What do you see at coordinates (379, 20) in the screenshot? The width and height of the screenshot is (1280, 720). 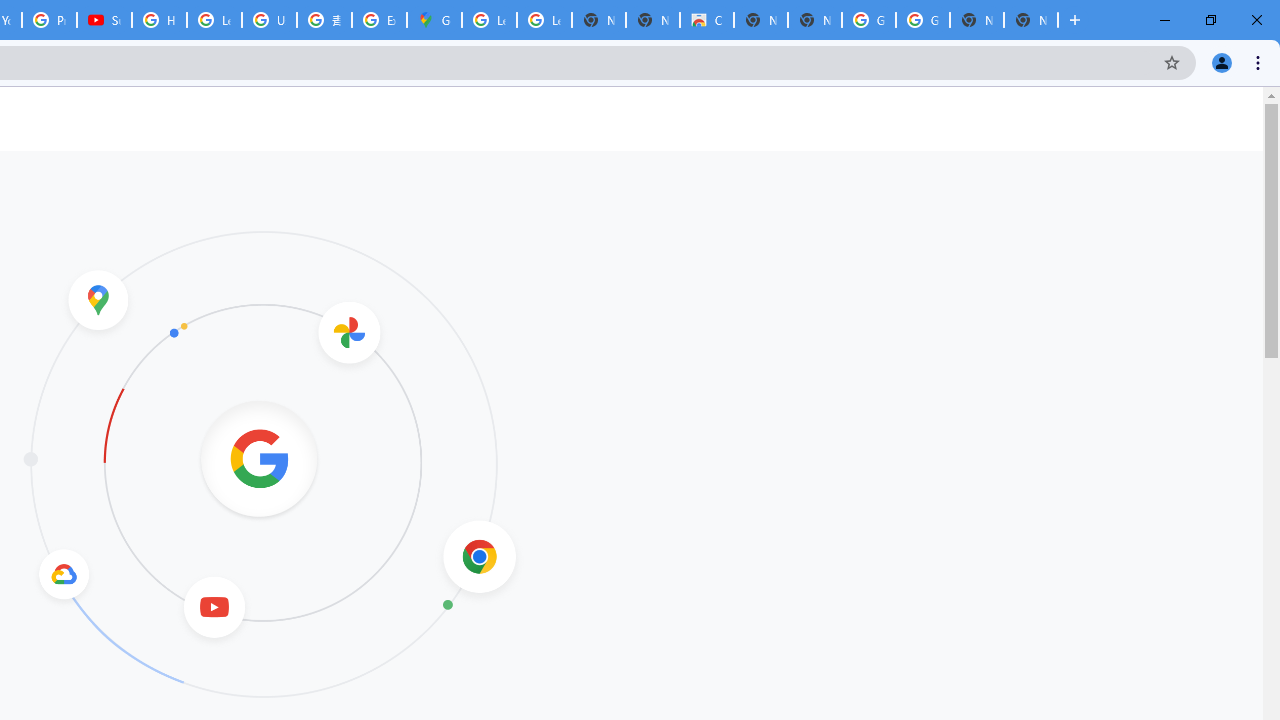 I see `'Explore new street-level details - Google Maps Help'` at bounding box center [379, 20].